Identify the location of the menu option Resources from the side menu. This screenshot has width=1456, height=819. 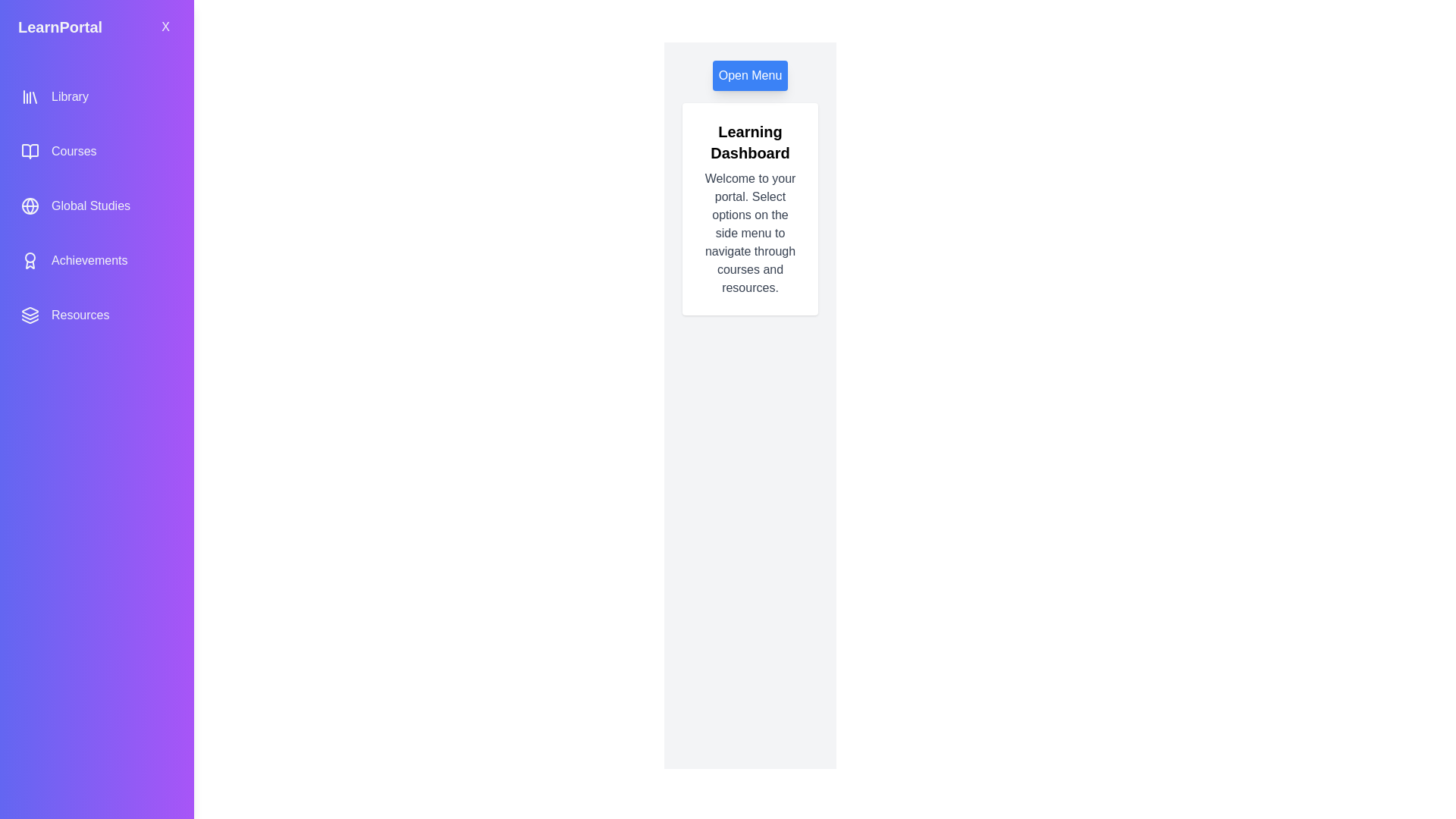
(96, 315).